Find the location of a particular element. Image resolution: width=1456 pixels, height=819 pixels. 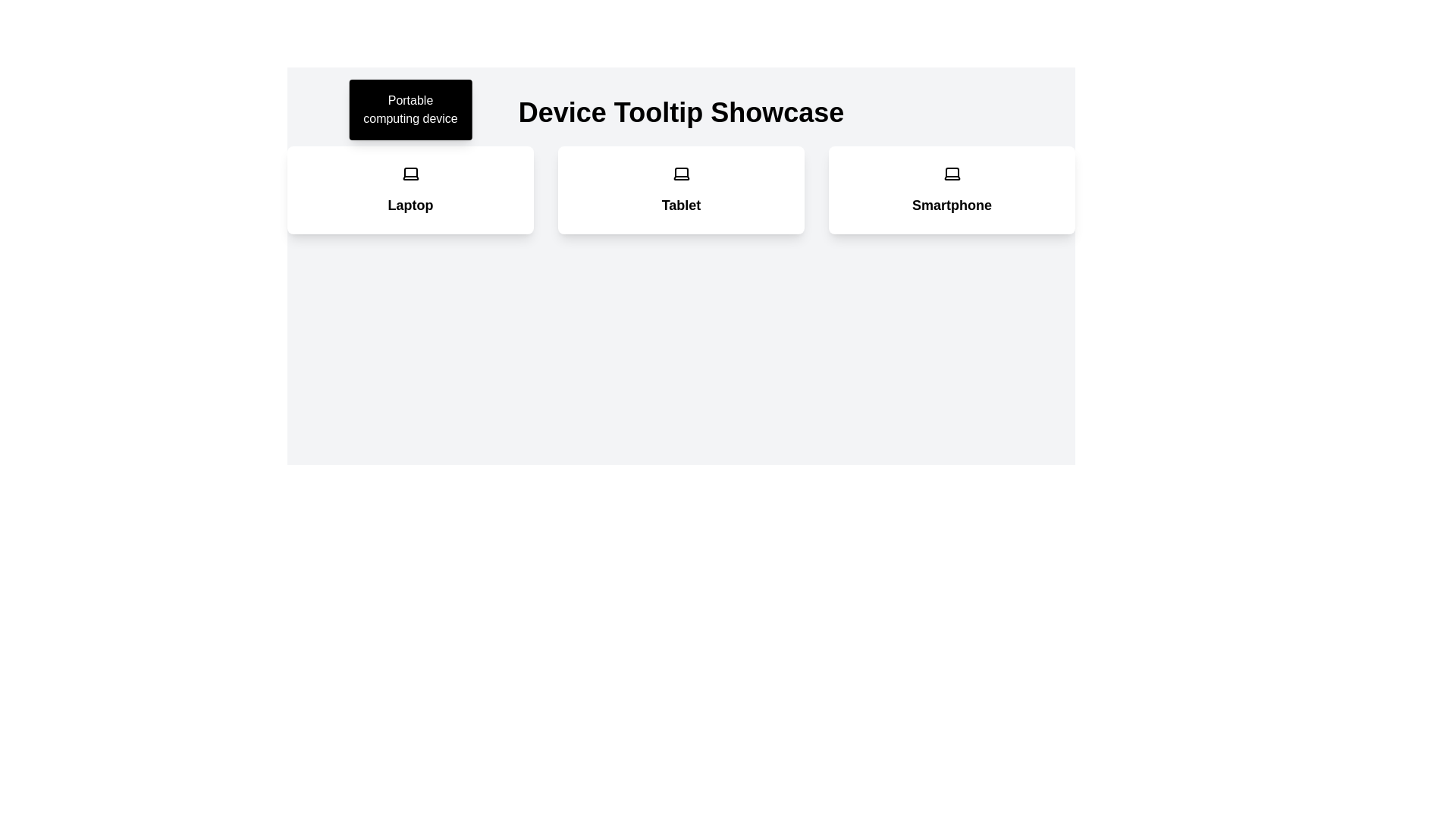

the laptop icon located above the text label 'Laptop' within the card structure on the left-hand side of the row of three cards labeled 'Laptop,' 'Tablet,' and 'Smartphone.' is located at coordinates (410, 173).